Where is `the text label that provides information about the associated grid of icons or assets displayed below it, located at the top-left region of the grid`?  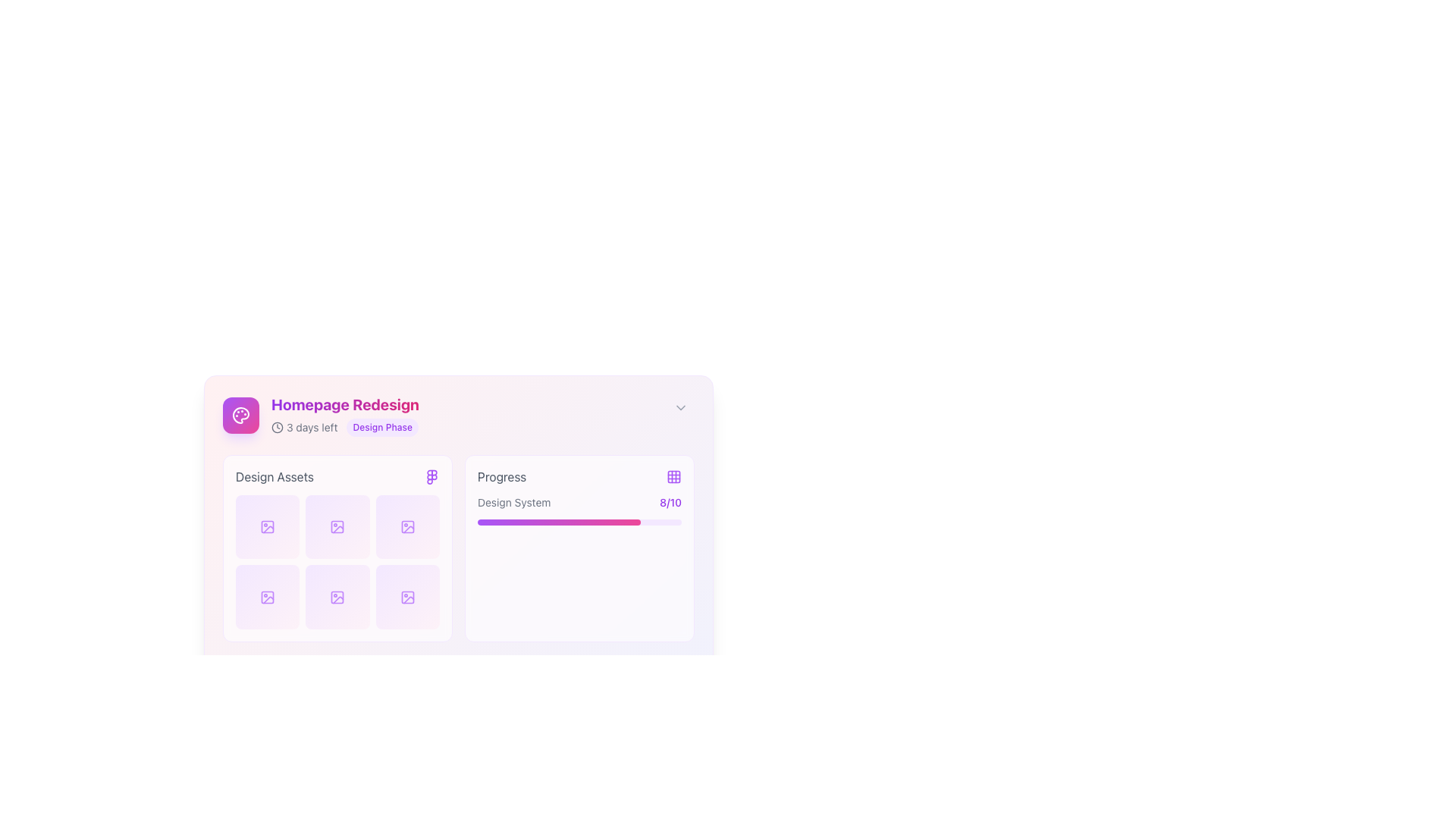 the text label that provides information about the associated grid of icons or assets displayed below it, located at the top-left region of the grid is located at coordinates (275, 475).